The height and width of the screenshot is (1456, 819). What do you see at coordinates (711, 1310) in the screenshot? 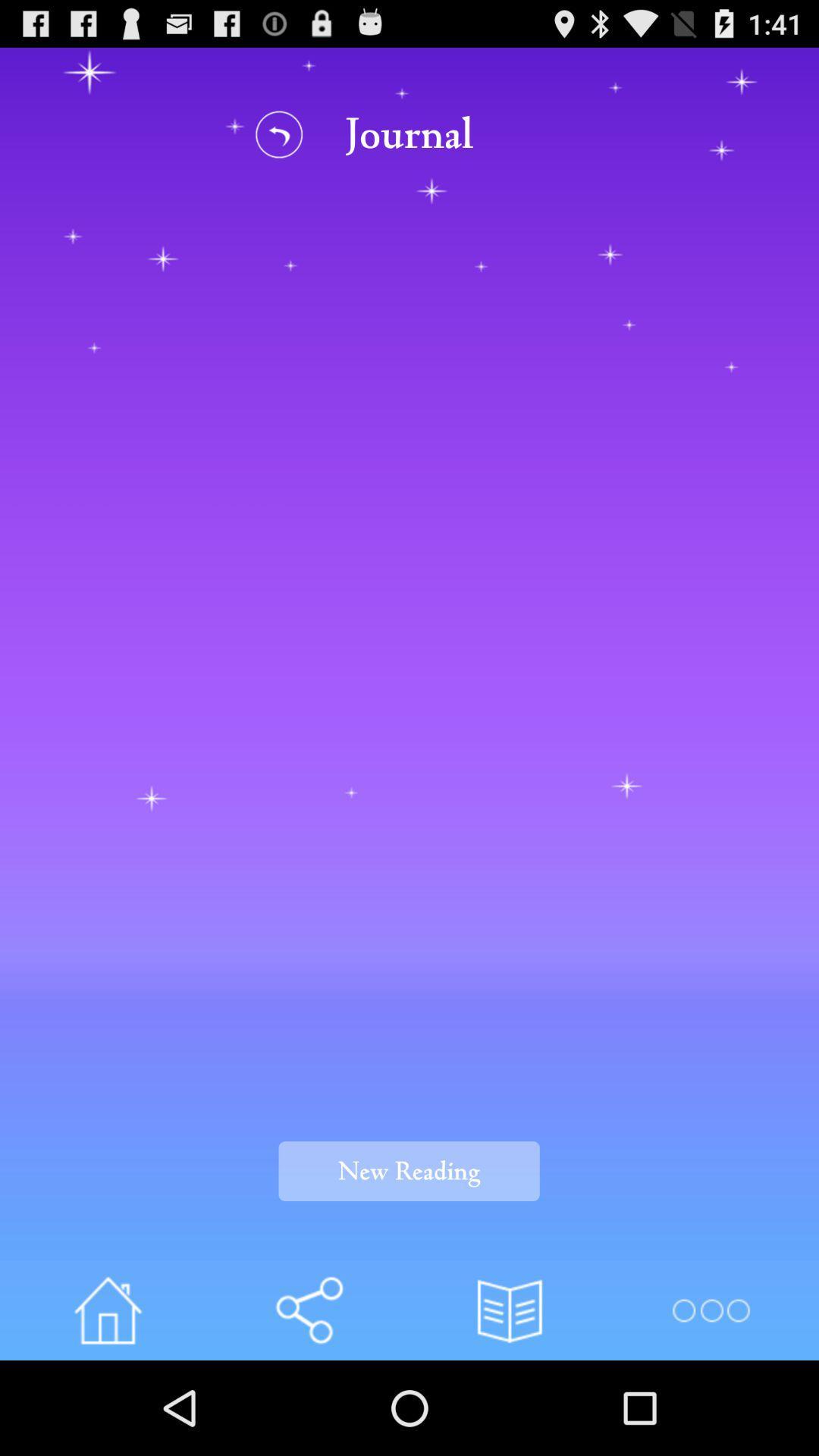
I see `settings or menu` at bounding box center [711, 1310].